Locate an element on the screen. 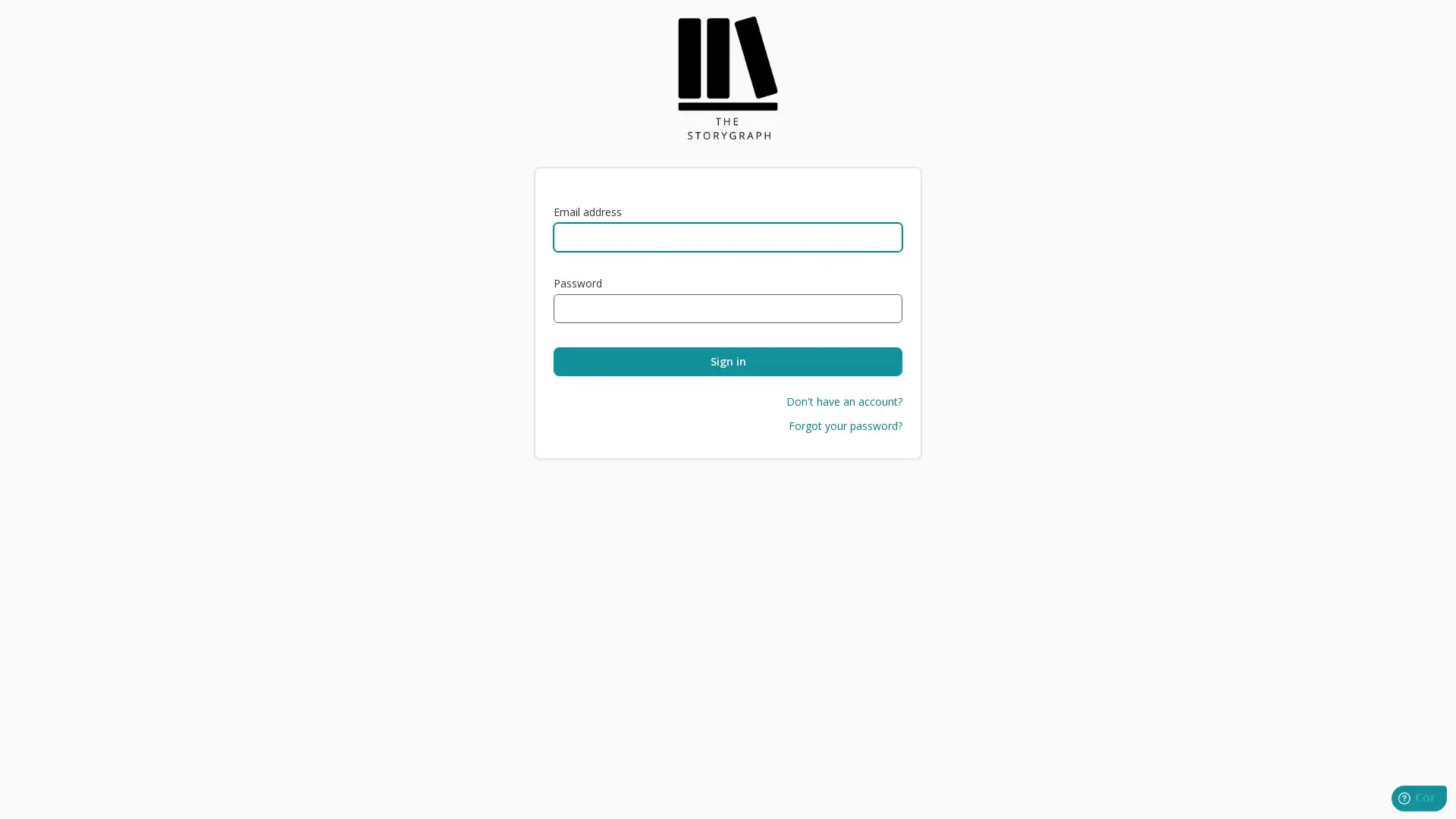  Sign in is located at coordinates (728, 362).